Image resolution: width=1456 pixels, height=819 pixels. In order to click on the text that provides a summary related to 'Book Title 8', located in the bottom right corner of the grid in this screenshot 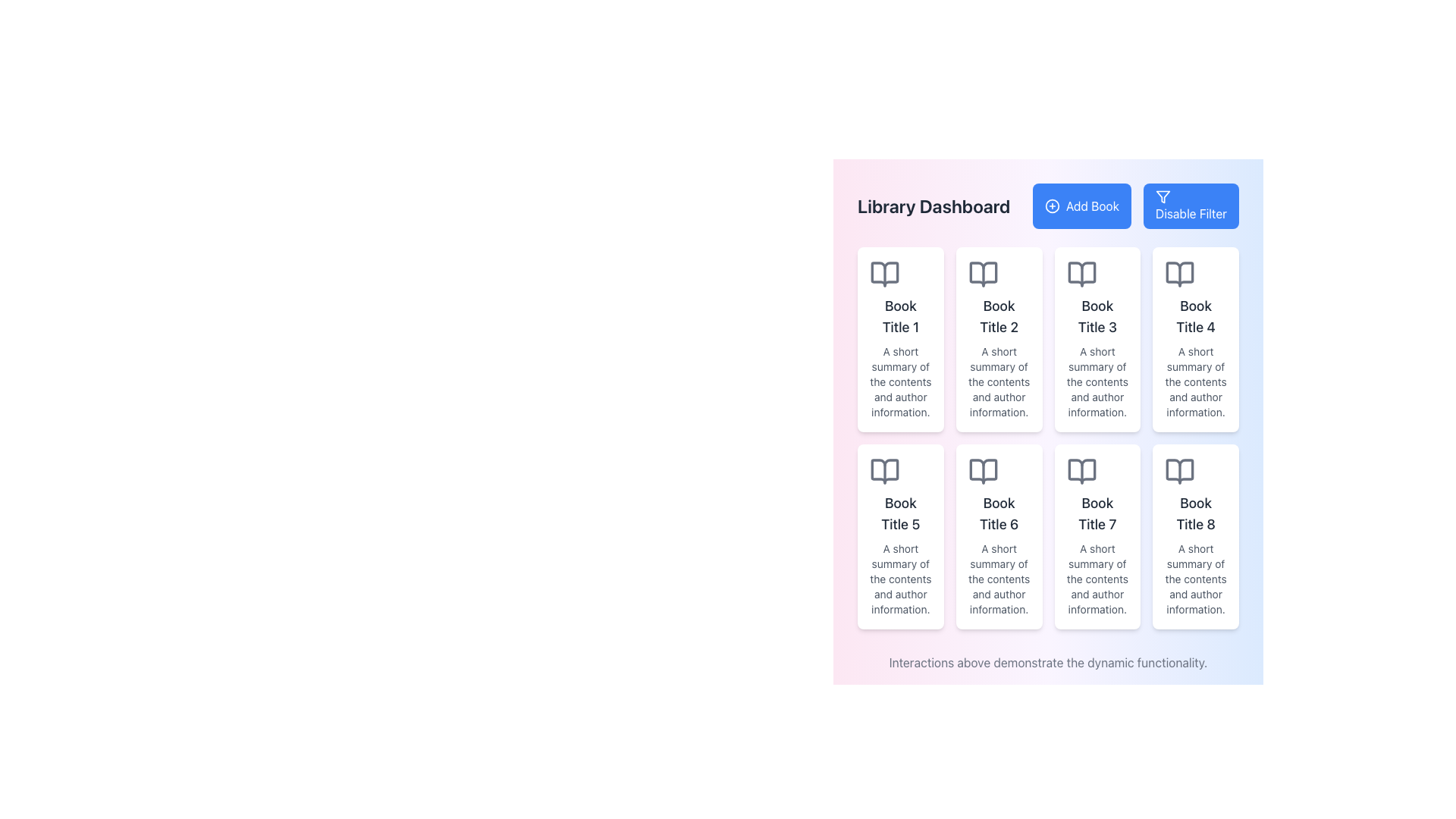, I will do `click(1195, 579)`.